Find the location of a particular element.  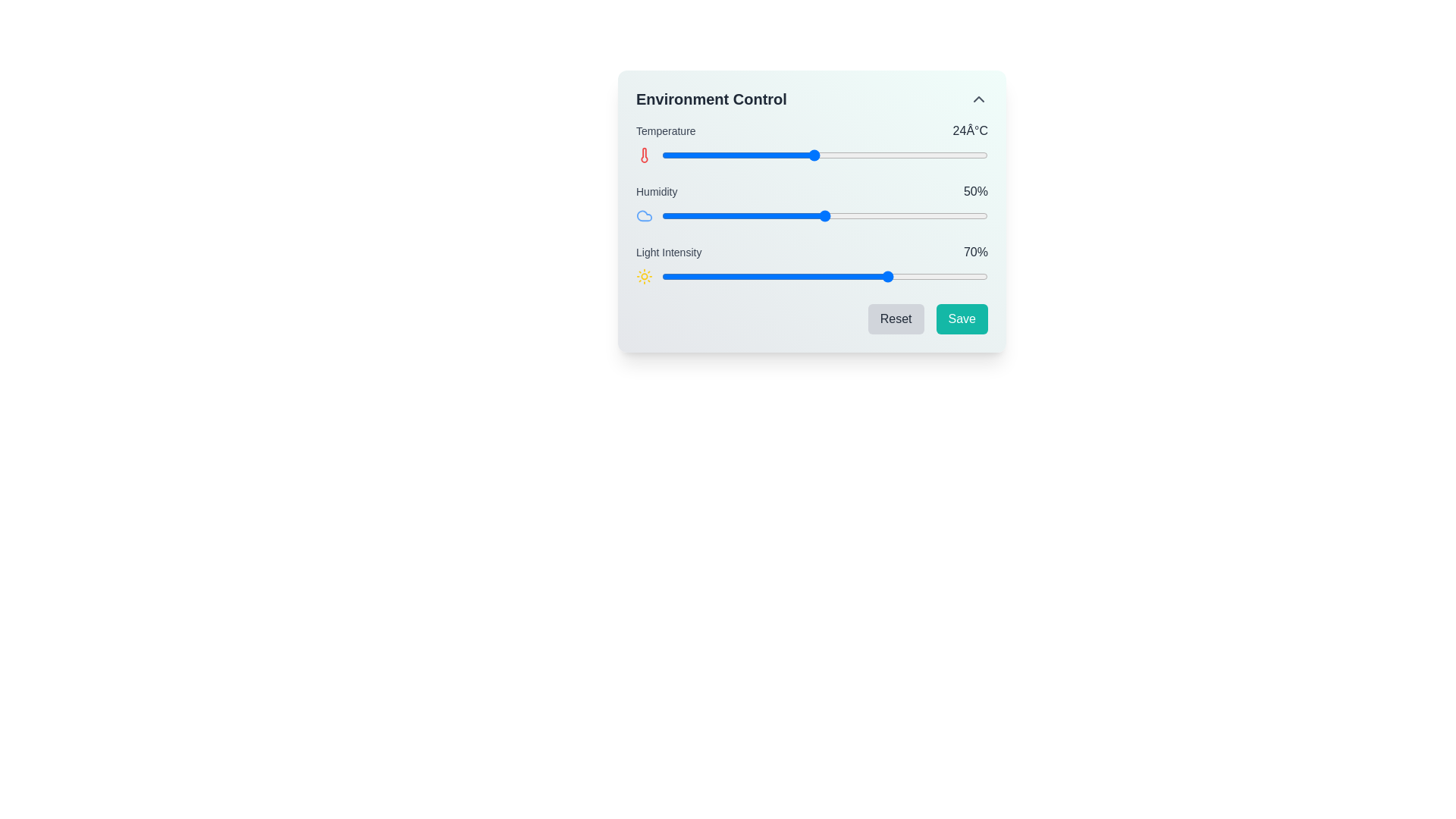

the humidity is located at coordinates (945, 216).